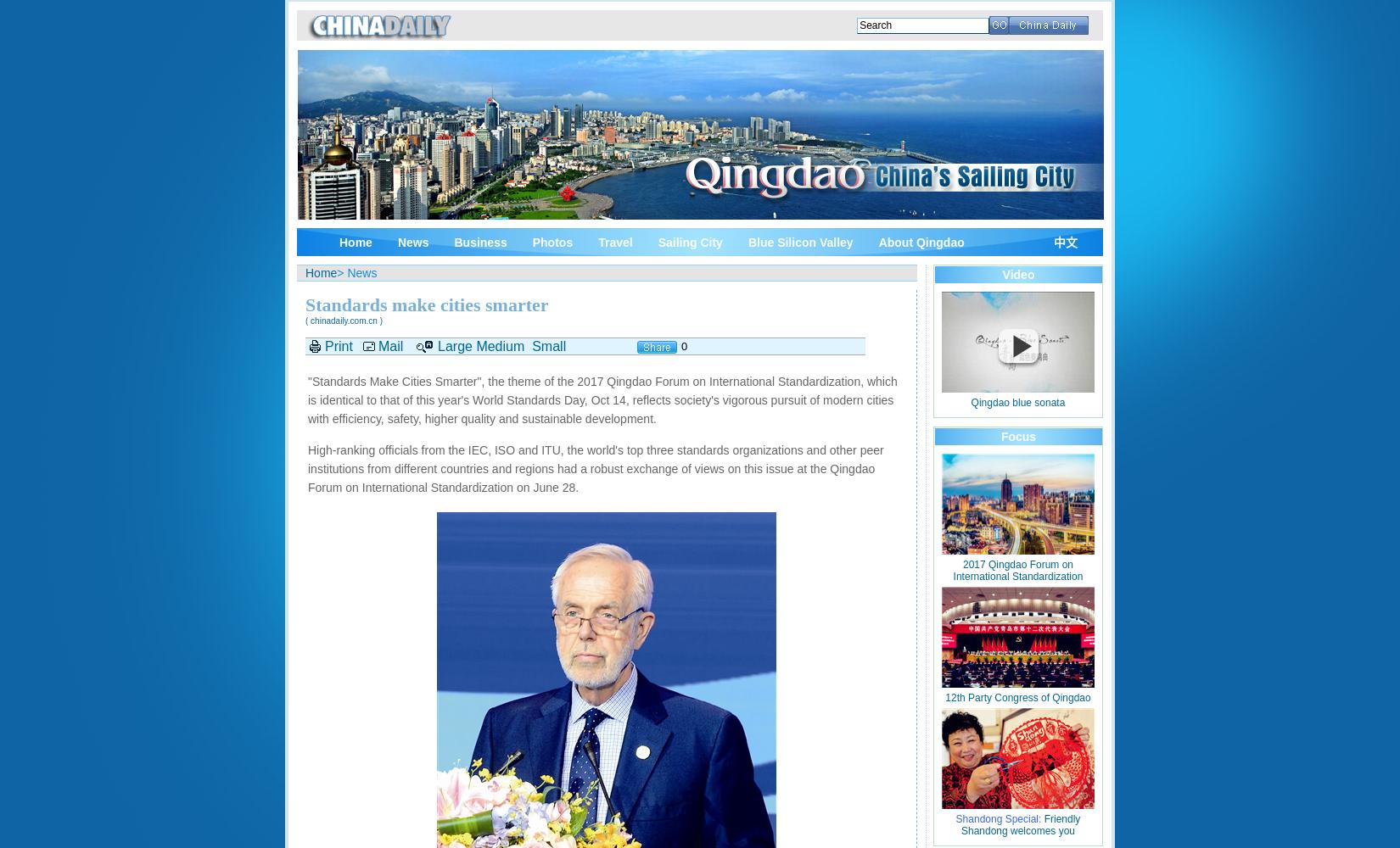 The height and width of the screenshot is (848, 1400). Describe the element at coordinates (1018, 274) in the screenshot. I see `'Video'` at that location.